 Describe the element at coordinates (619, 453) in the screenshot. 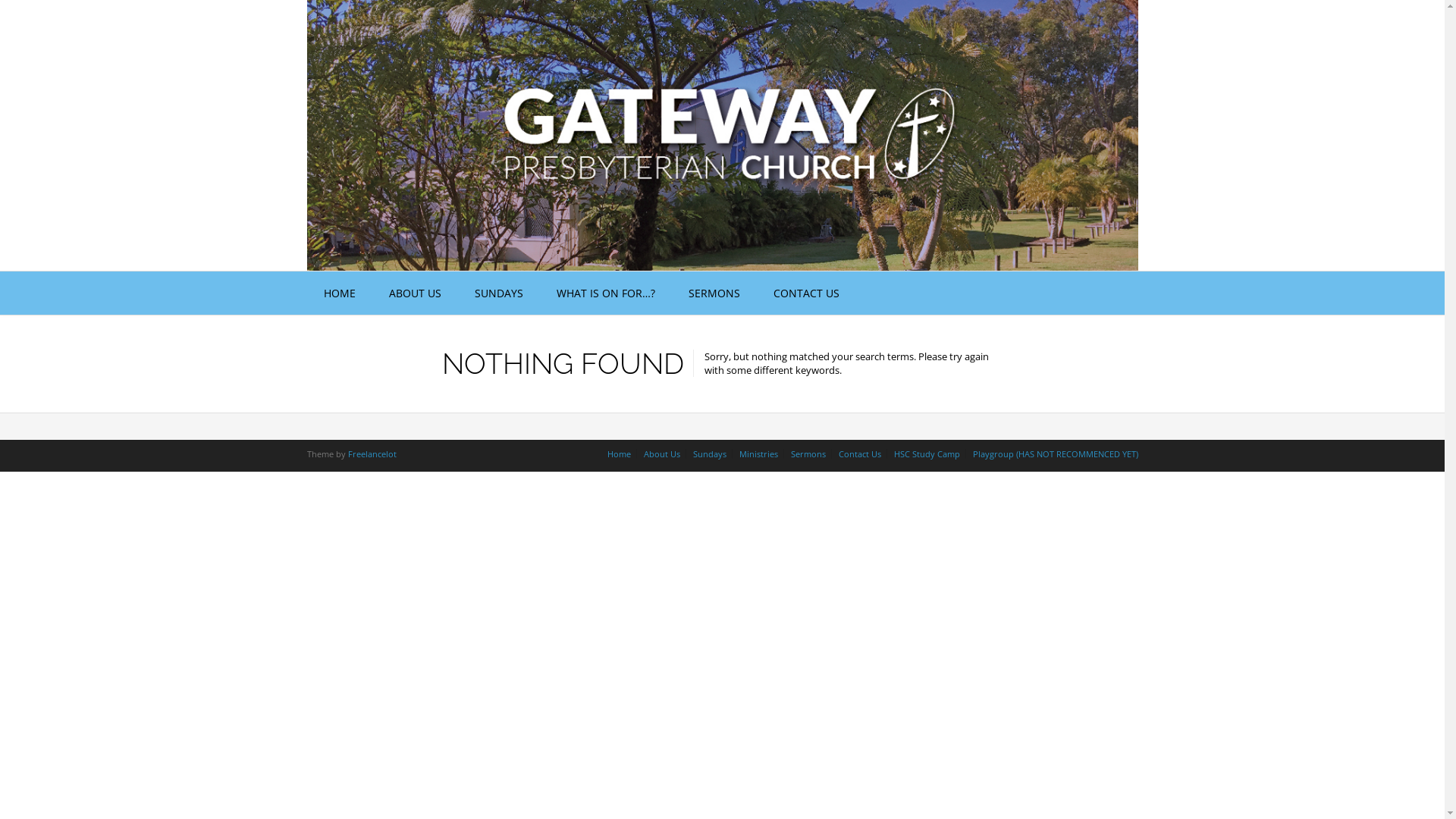

I see `'Home'` at that location.